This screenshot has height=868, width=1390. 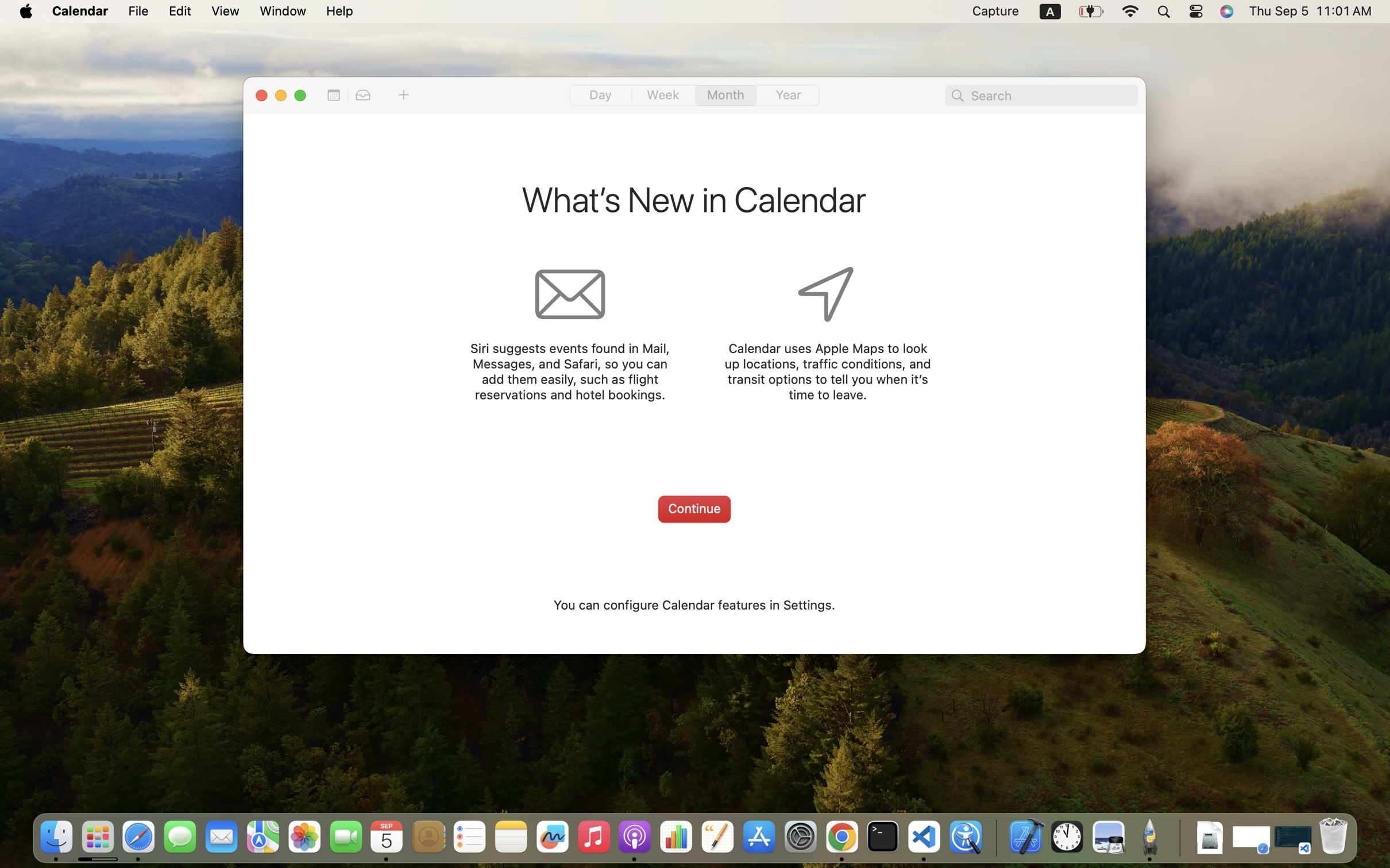 I want to click on 'What’s New in Calendar', so click(x=693, y=202).